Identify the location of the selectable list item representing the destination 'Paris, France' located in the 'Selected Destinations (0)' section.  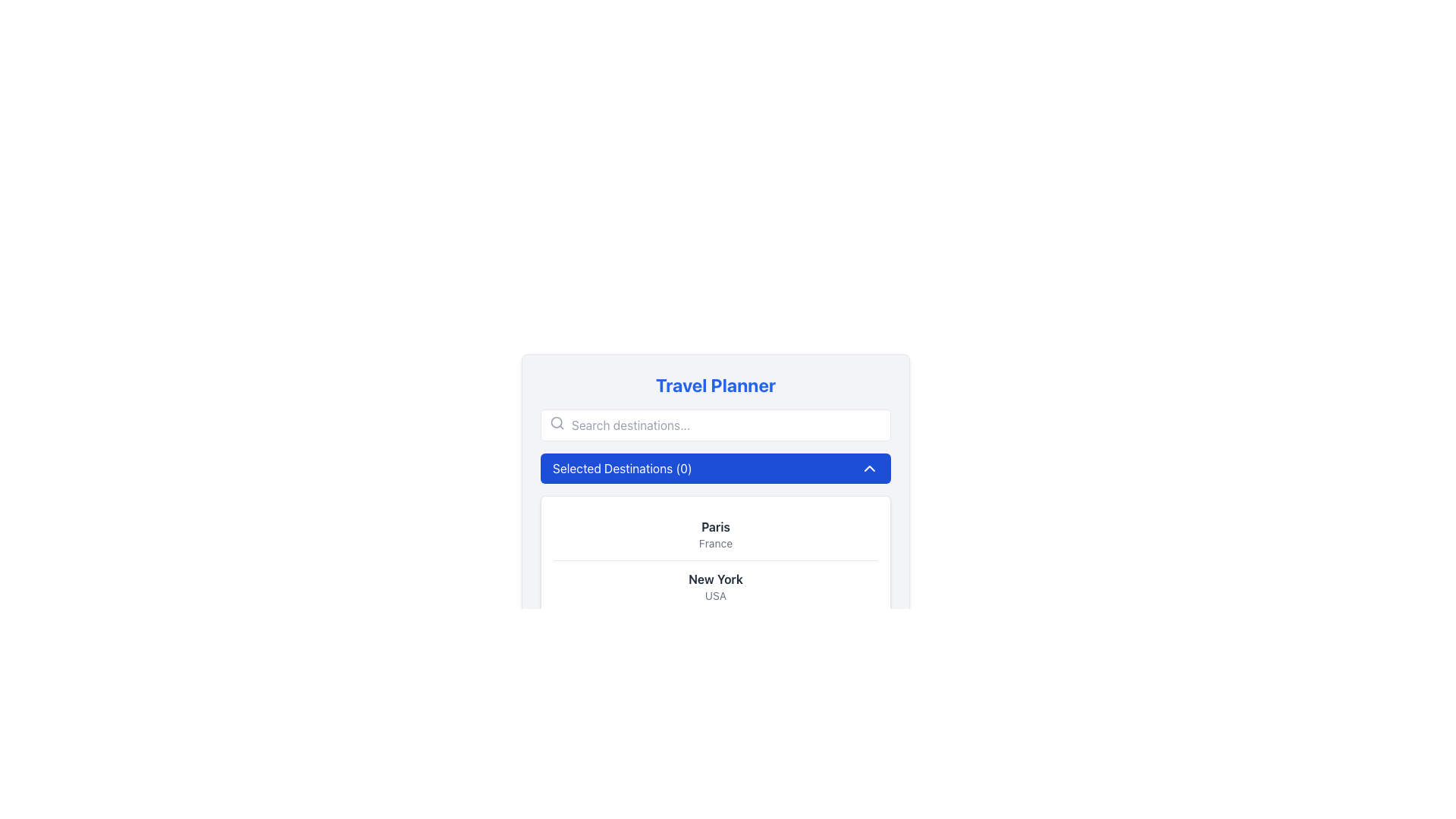
(715, 534).